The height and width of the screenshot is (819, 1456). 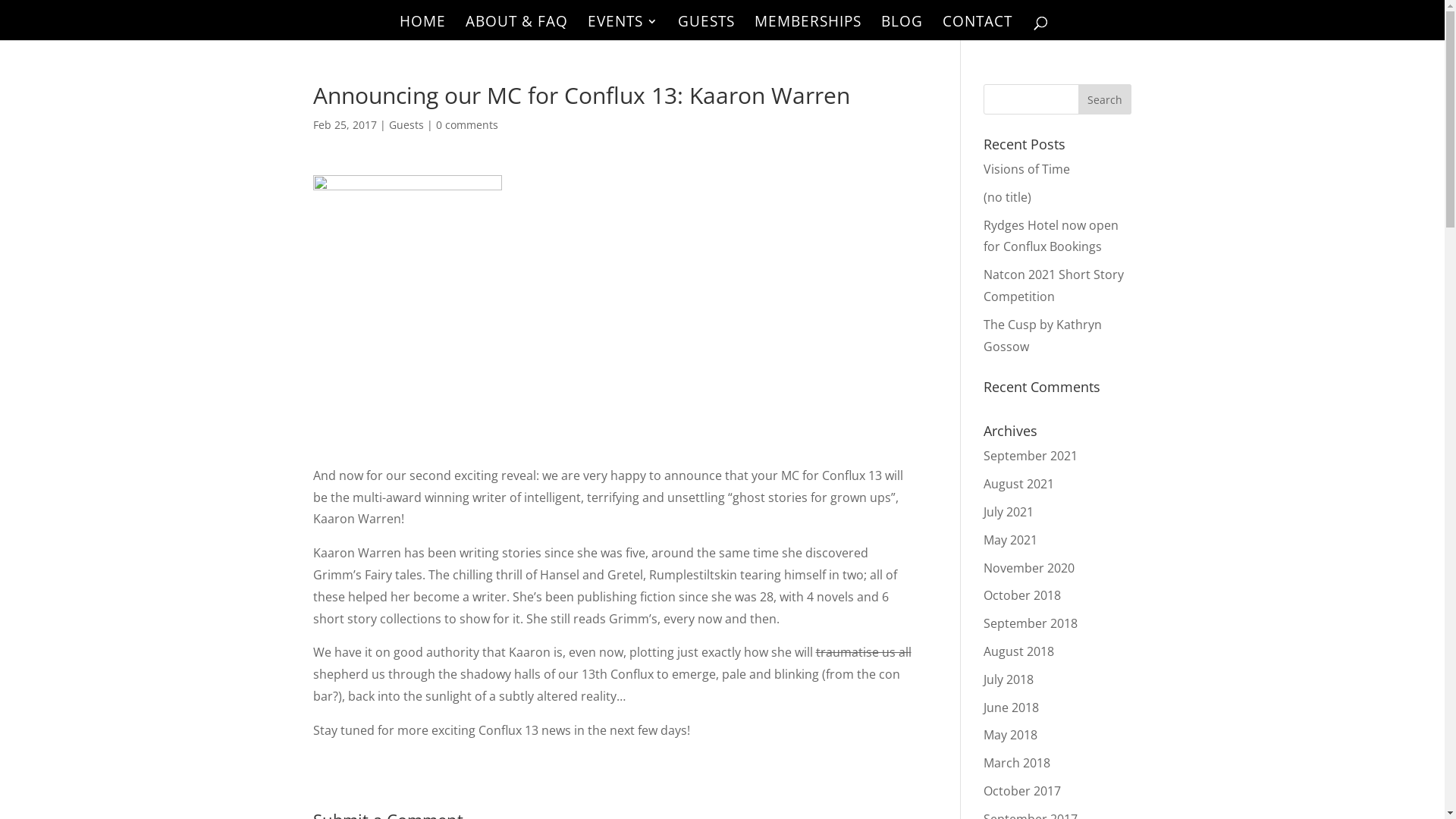 What do you see at coordinates (1030, 623) in the screenshot?
I see `'September 2018'` at bounding box center [1030, 623].